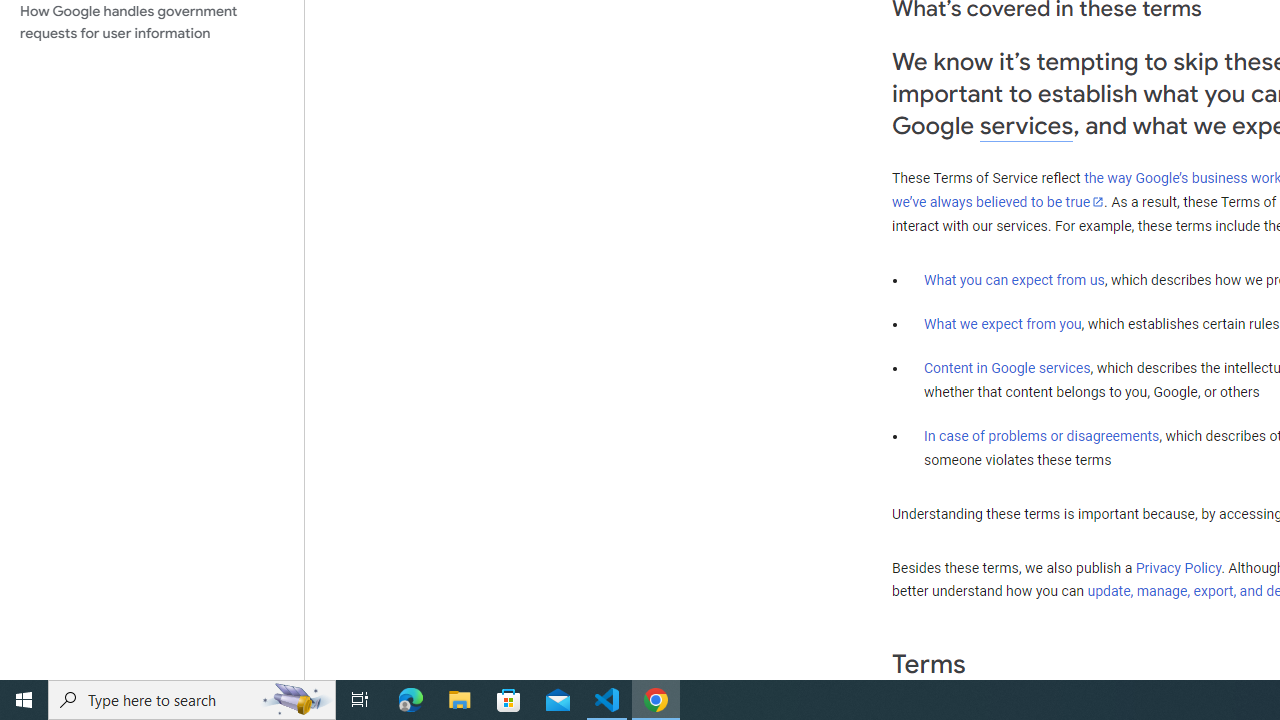  Describe the element at coordinates (1014, 279) in the screenshot. I see `'What you can expect from us'` at that location.